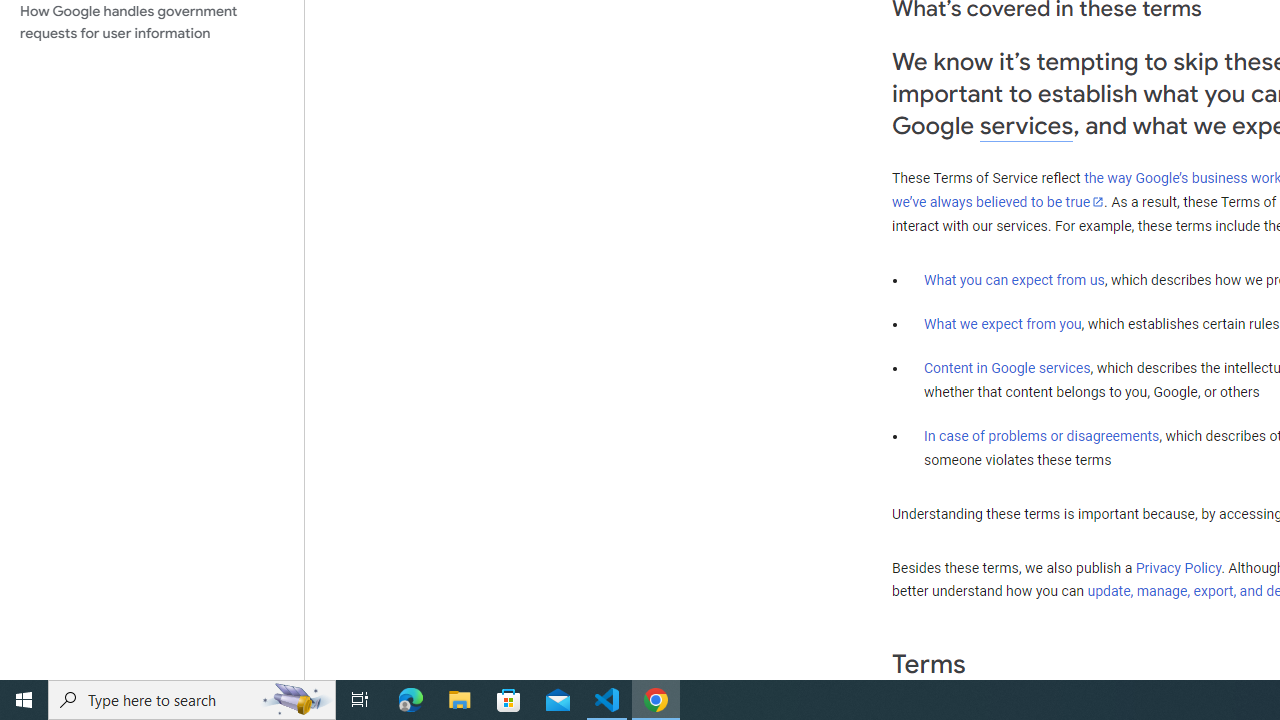  Describe the element at coordinates (1014, 279) in the screenshot. I see `'What you can expect from us'` at that location.